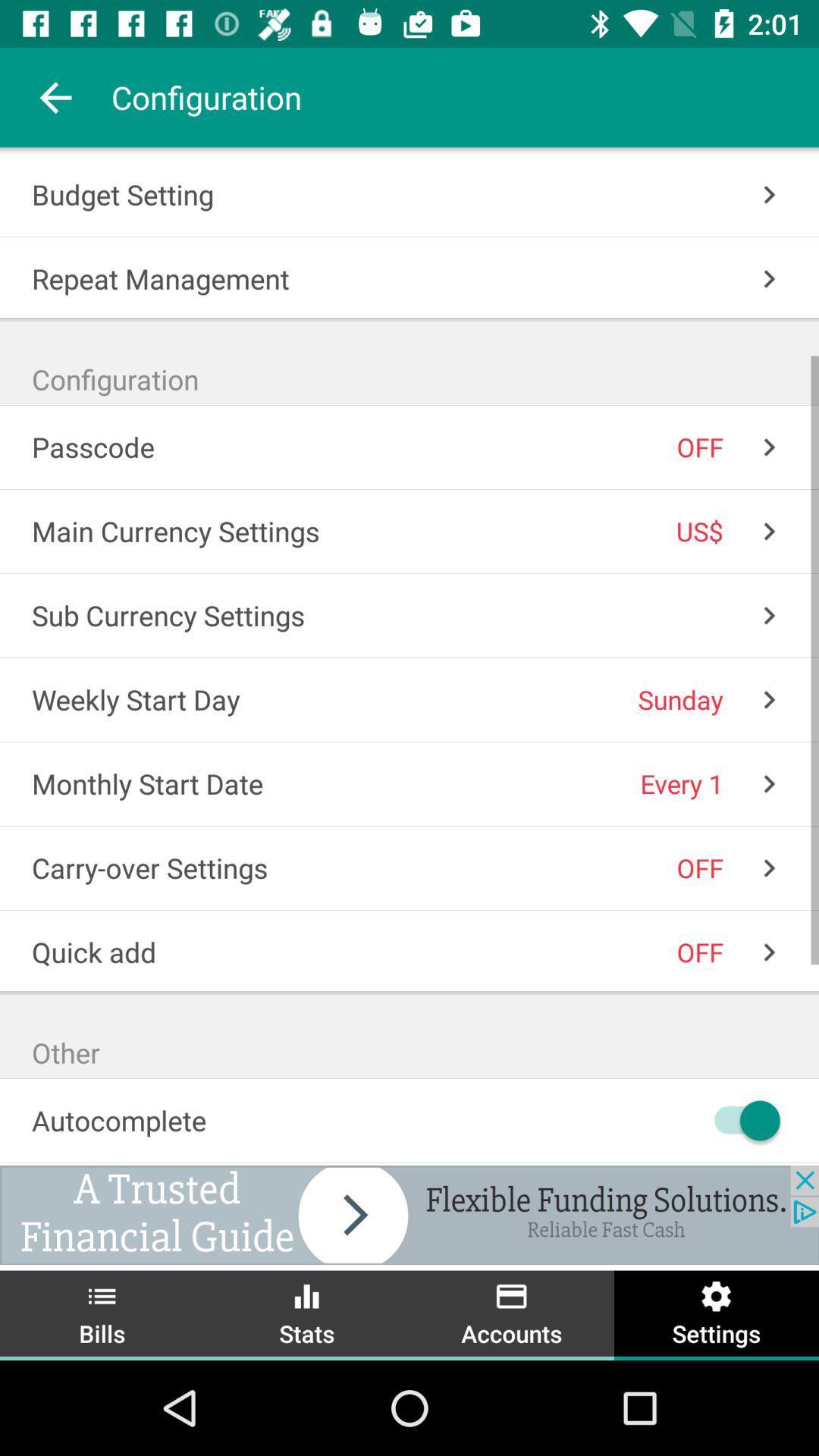 The width and height of the screenshot is (819, 1456). Describe the element at coordinates (55, 96) in the screenshot. I see `the arrow_backward icon` at that location.